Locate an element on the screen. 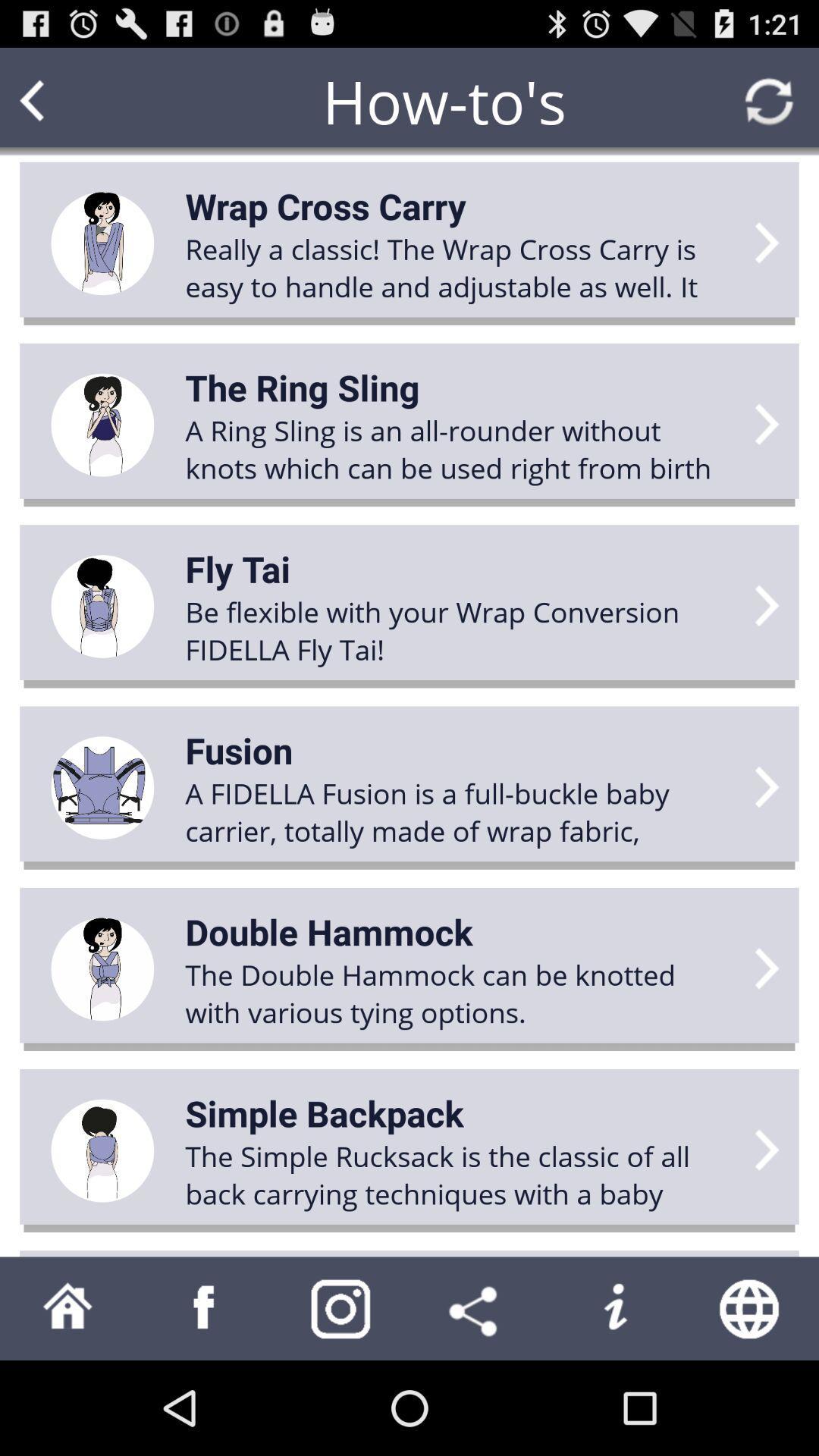 This screenshot has width=819, height=1456. the share icon is located at coordinates (476, 1400).